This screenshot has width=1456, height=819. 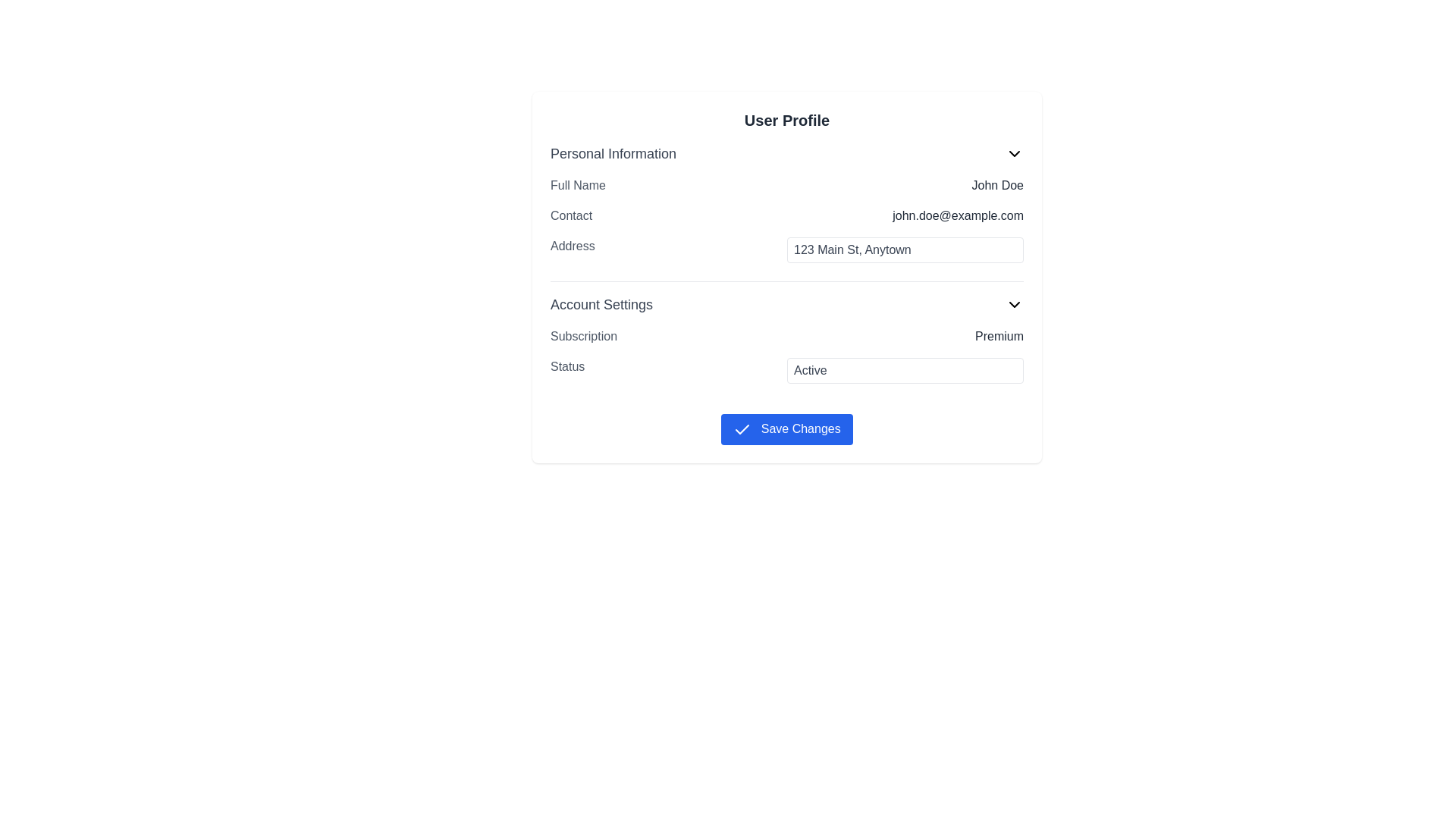 I want to click on the input box of the 'Address' labeled text input field in the 'Personal Information' section, so click(x=786, y=249).